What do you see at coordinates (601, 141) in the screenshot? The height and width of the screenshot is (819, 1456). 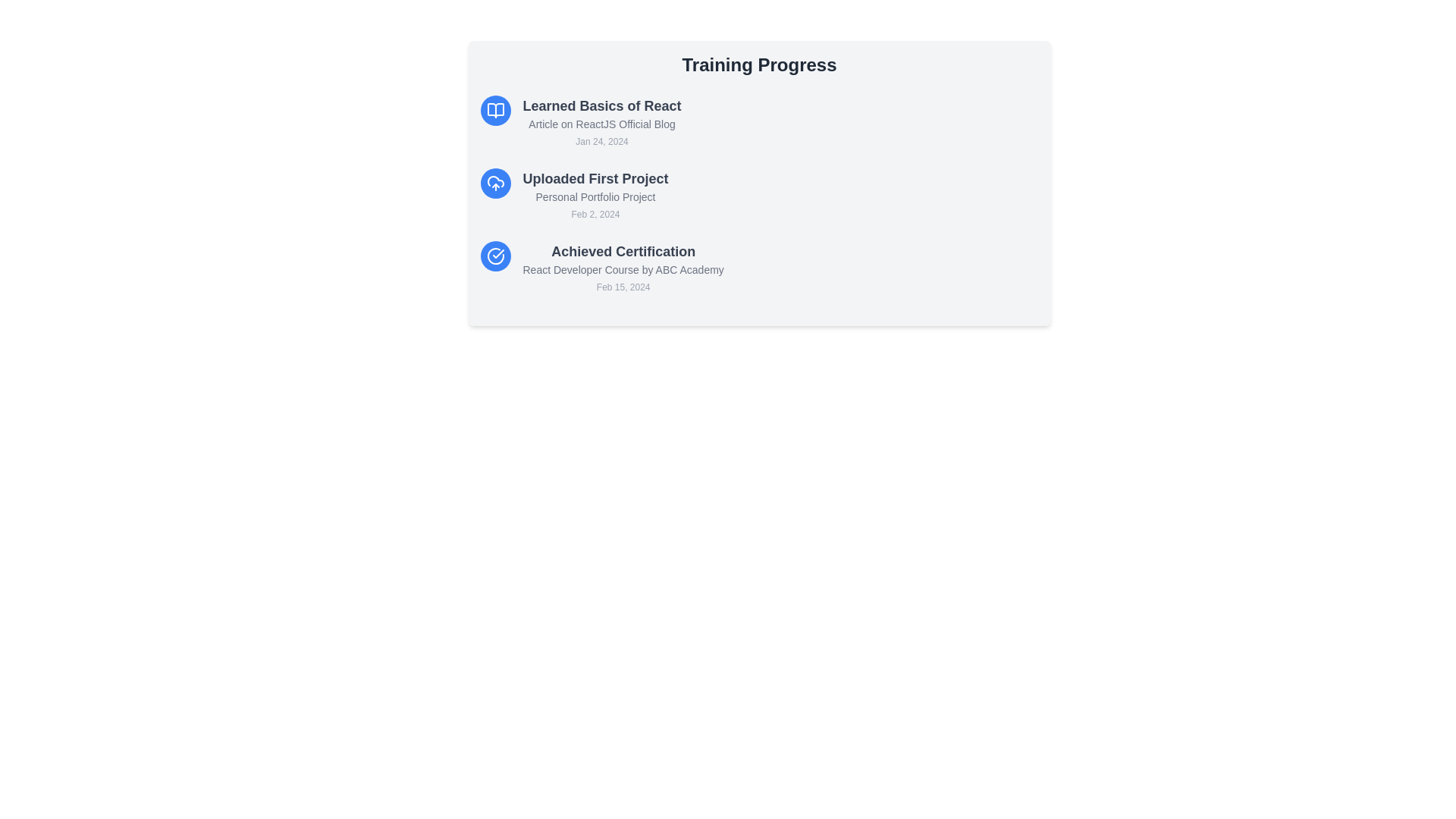 I see `the text label displaying the date 'Jan 24, 2024', which is styled with a smaller font size and gray color, located beneath the 'Article on ReactJS Official Blog' and 'Learned Basics of React' in the 'Training Progress' section` at bounding box center [601, 141].